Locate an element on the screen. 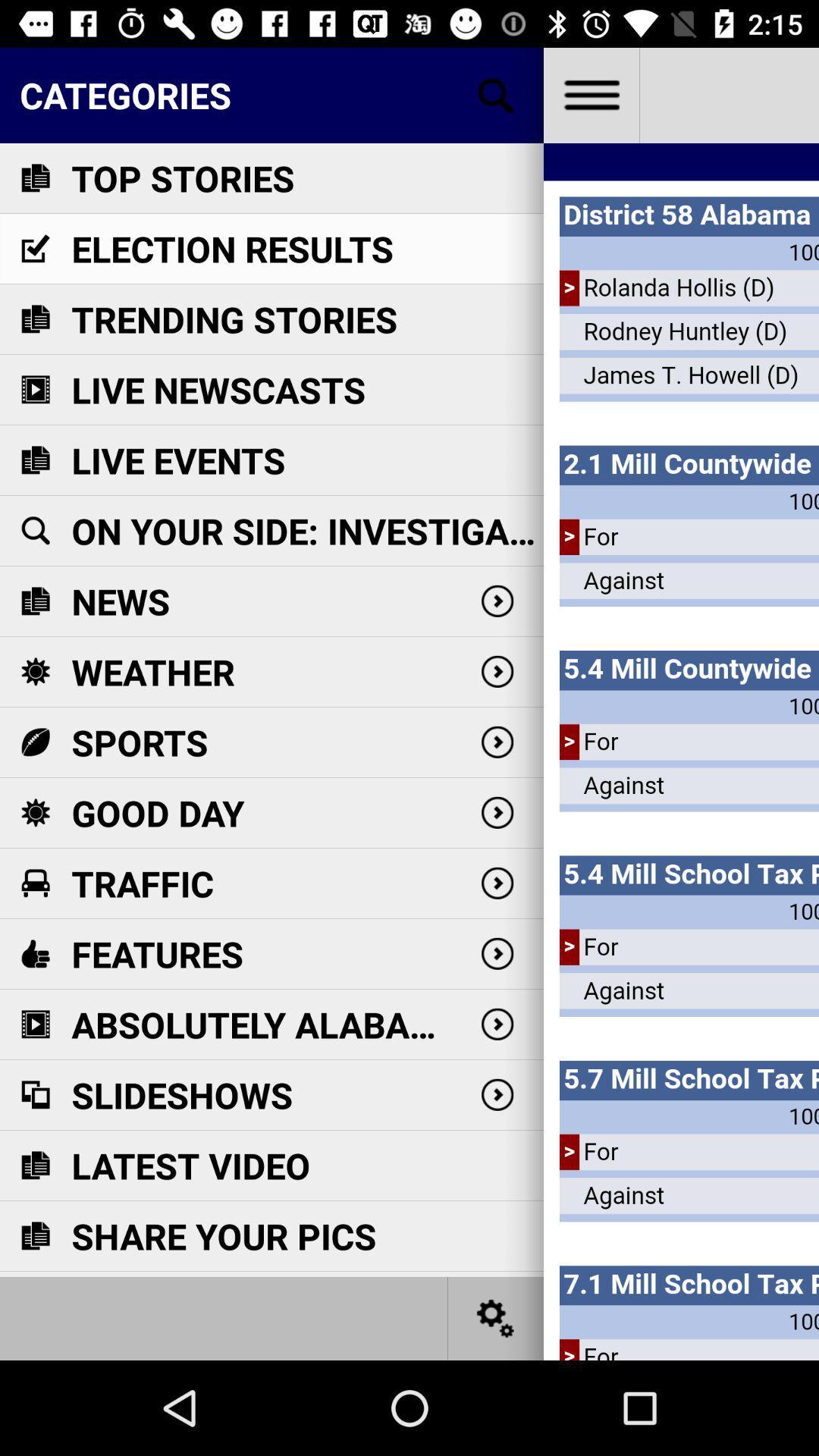 The height and width of the screenshot is (1456, 819). icon on left side of text top stories is located at coordinates (34, 178).